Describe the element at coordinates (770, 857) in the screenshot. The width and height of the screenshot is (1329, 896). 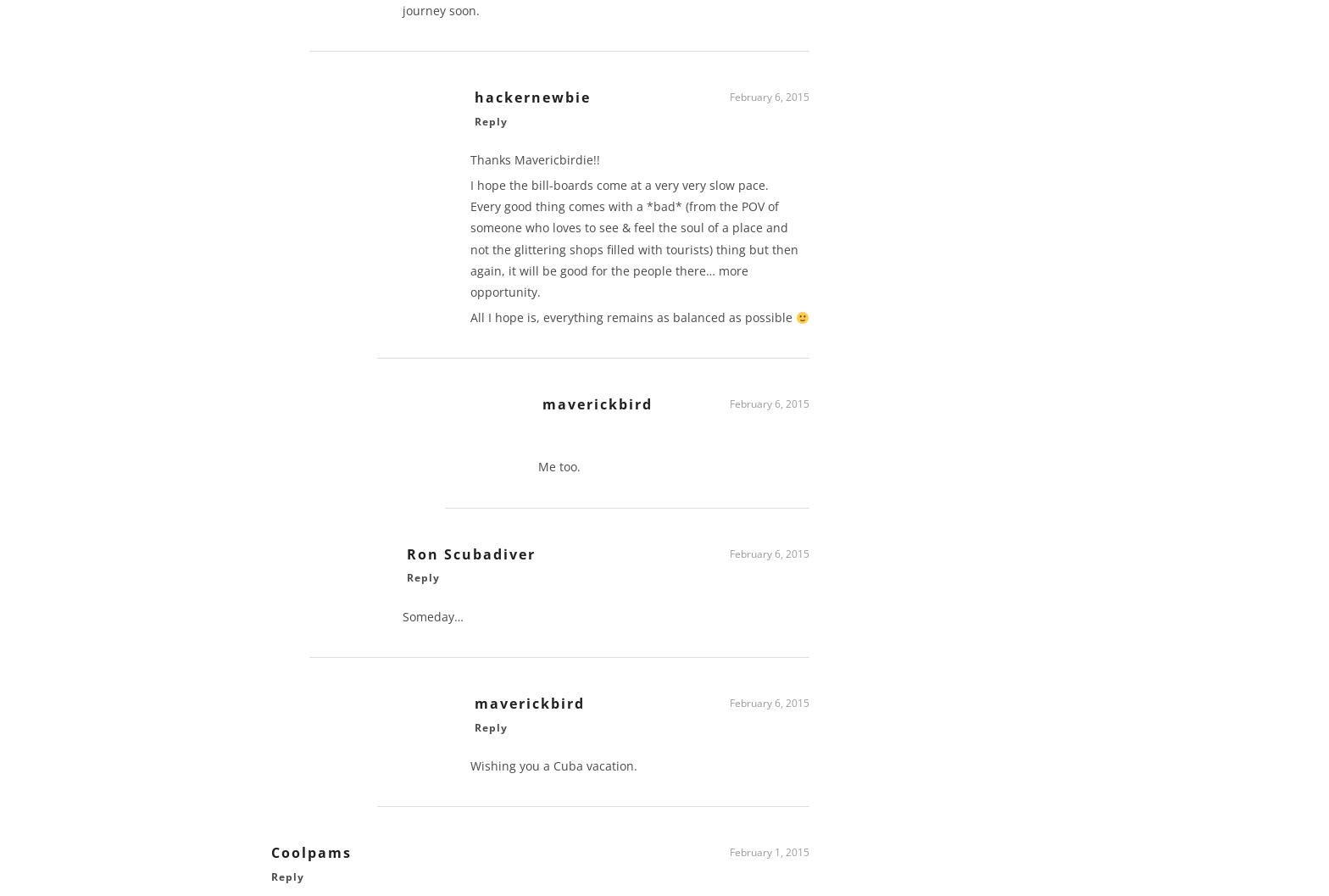
I see `'February 1, 2015'` at that location.